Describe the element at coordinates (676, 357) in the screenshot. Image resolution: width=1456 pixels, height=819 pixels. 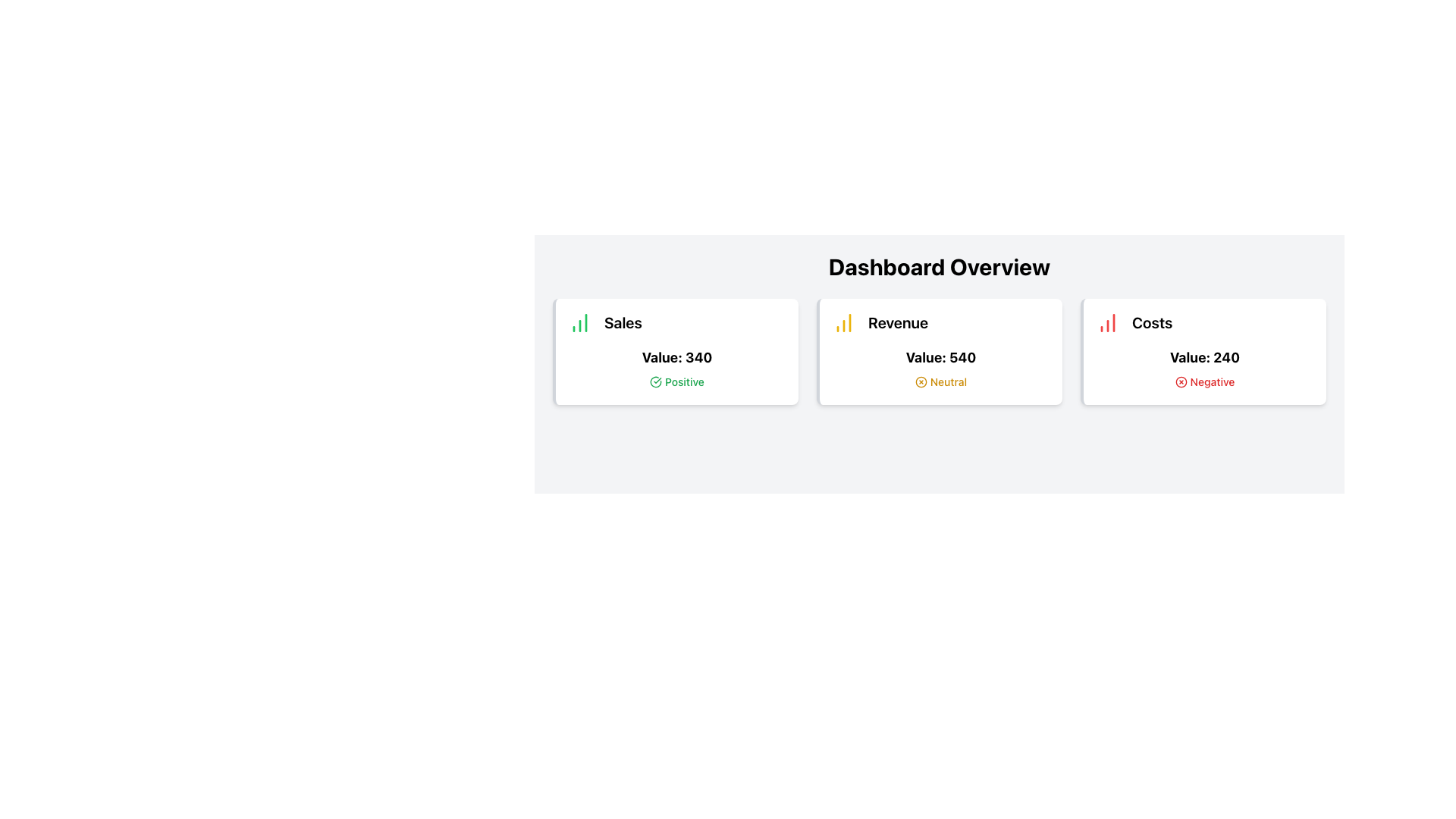
I see `the Text Display element that shows the numerical value '340' for the metric labeled 'Sales', located in the central left card of the dashboard` at that location.